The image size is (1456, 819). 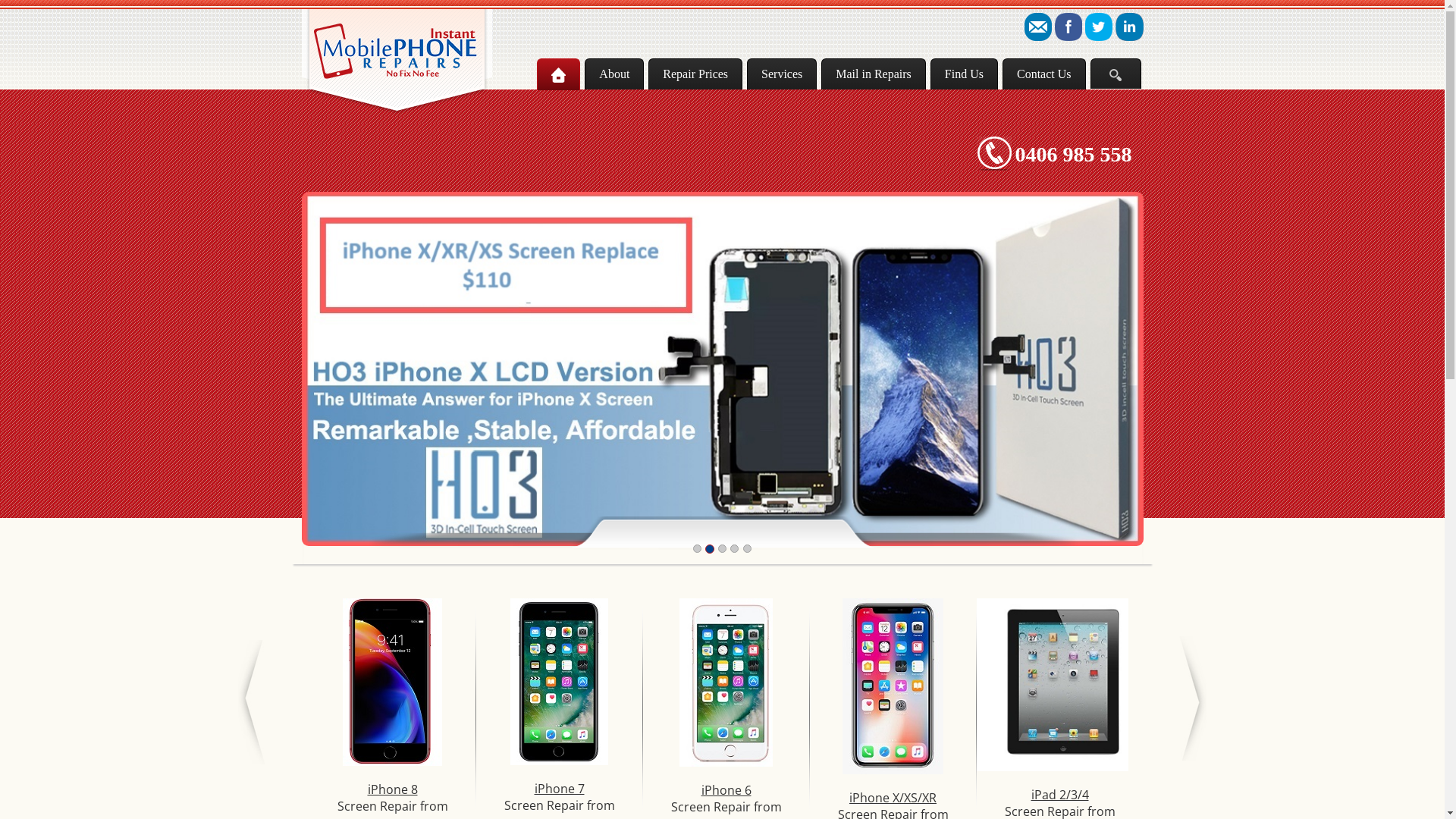 What do you see at coordinates (694, 74) in the screenshot?
I see `'Repair Prices'` at bounding box center [694, 74].